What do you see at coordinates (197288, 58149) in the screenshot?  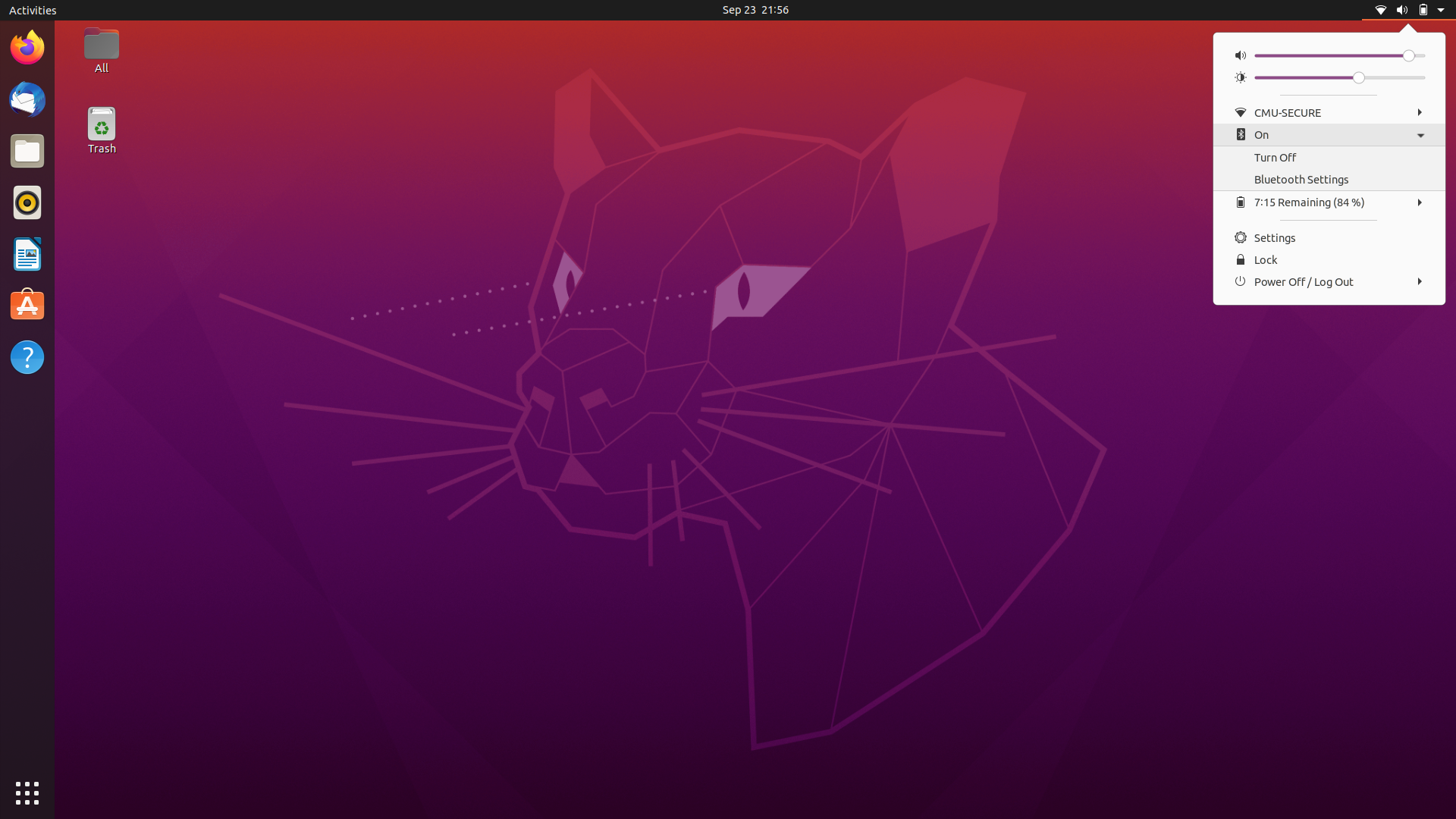 I see `Remove the selected folder` at bounding box center [197288, 58149].